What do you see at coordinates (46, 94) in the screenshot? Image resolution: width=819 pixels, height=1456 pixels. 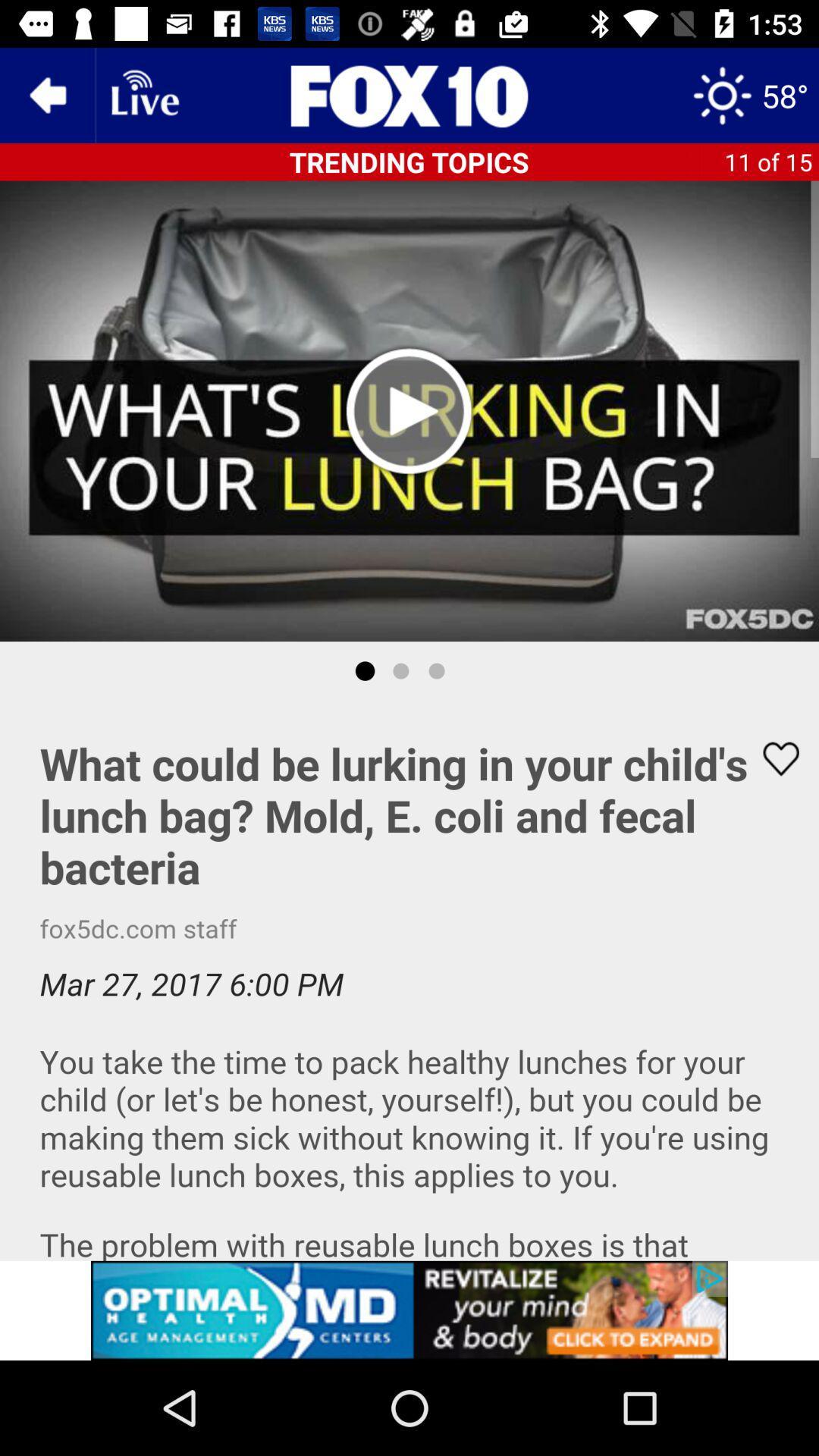 I see `go back` at bounding box center [46, 94].